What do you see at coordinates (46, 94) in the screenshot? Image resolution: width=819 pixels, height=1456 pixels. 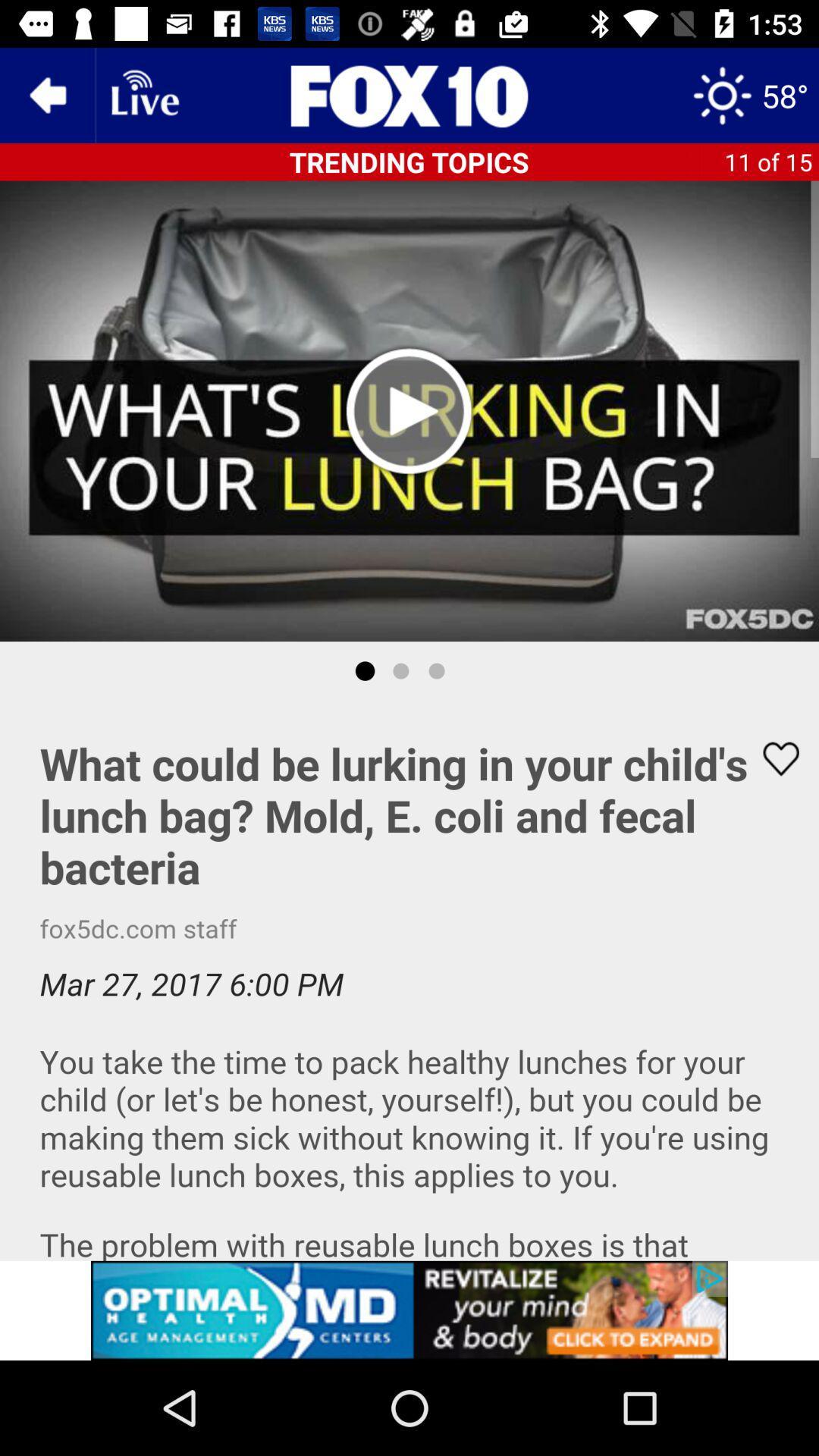 I see `go back` at bounding box center [46, 94].